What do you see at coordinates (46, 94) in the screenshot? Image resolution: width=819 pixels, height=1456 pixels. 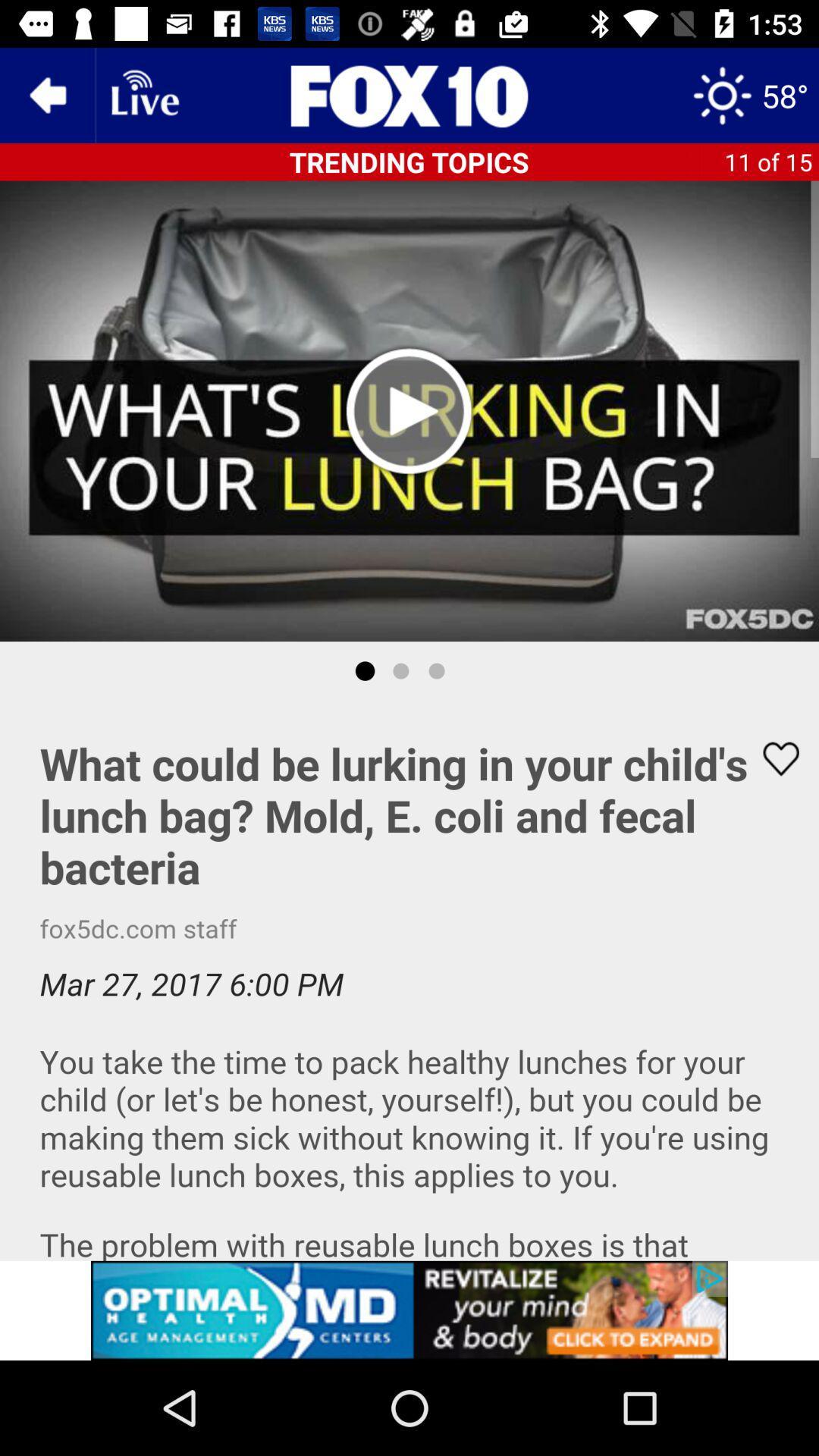 I see `go back` at bounding box center [46, 94].